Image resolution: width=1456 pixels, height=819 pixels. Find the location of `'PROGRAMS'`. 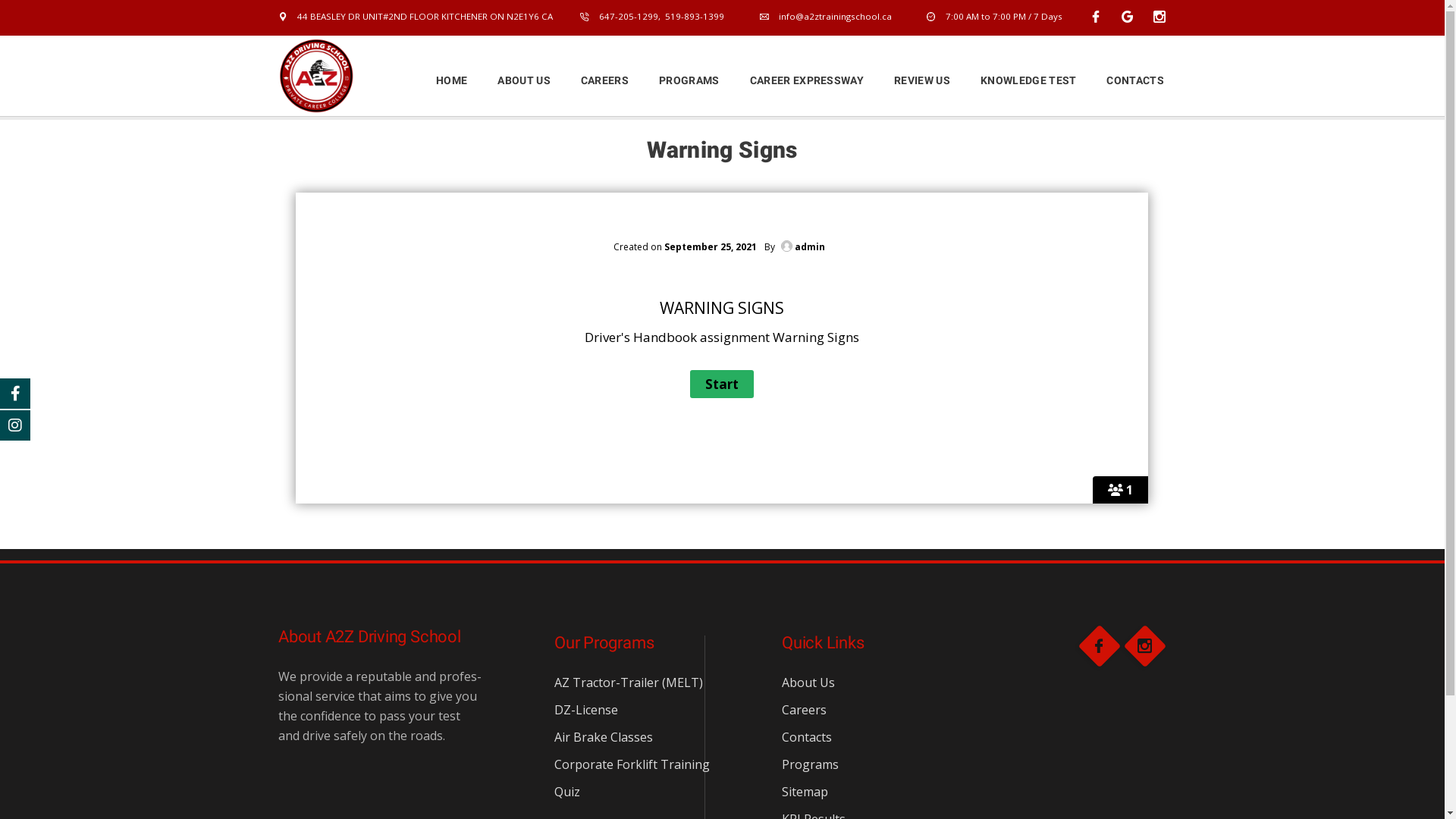

'PROGRAMS' is located at coordinates (688, 80).